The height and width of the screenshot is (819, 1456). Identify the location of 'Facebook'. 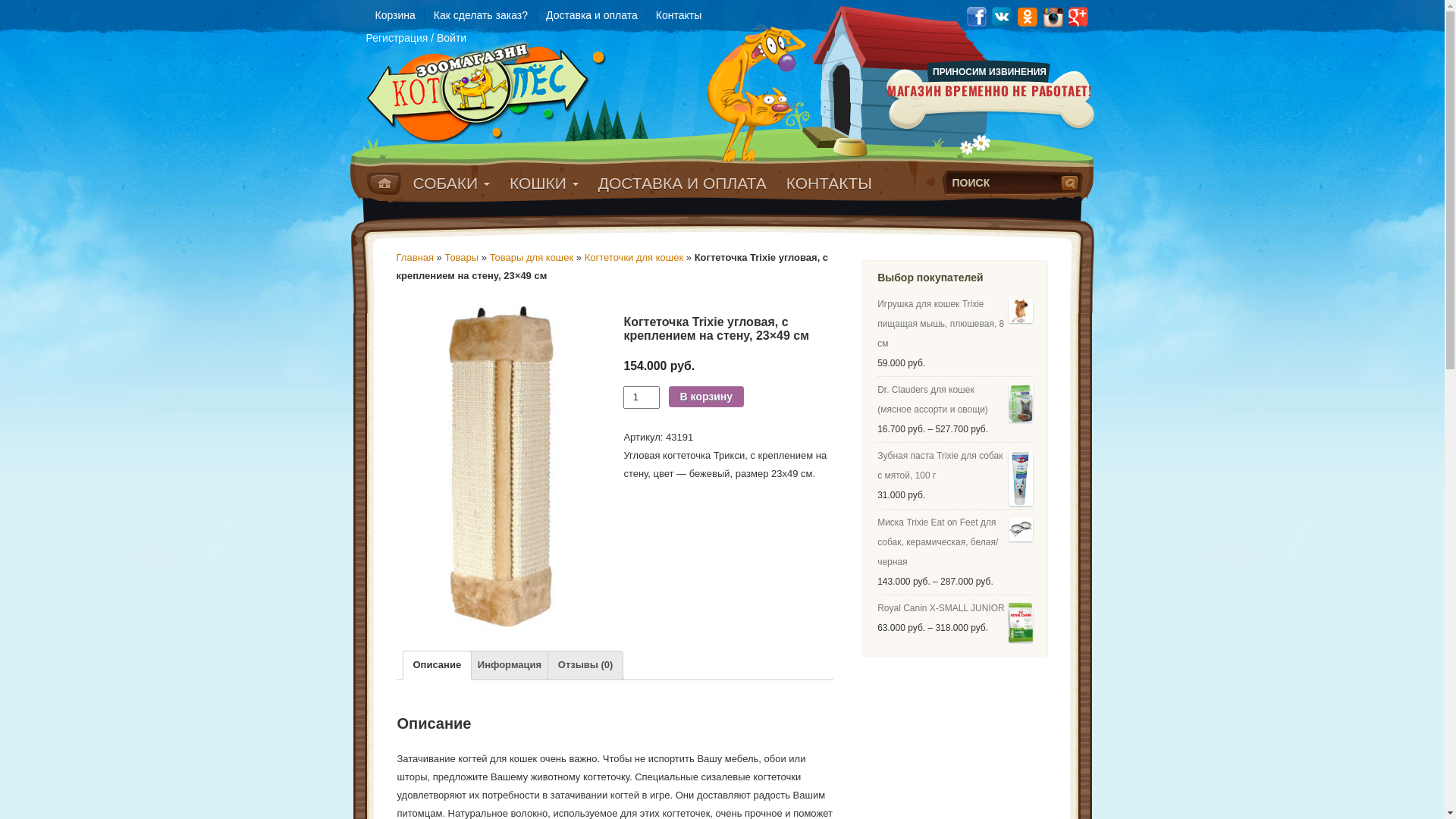
(975, 15).